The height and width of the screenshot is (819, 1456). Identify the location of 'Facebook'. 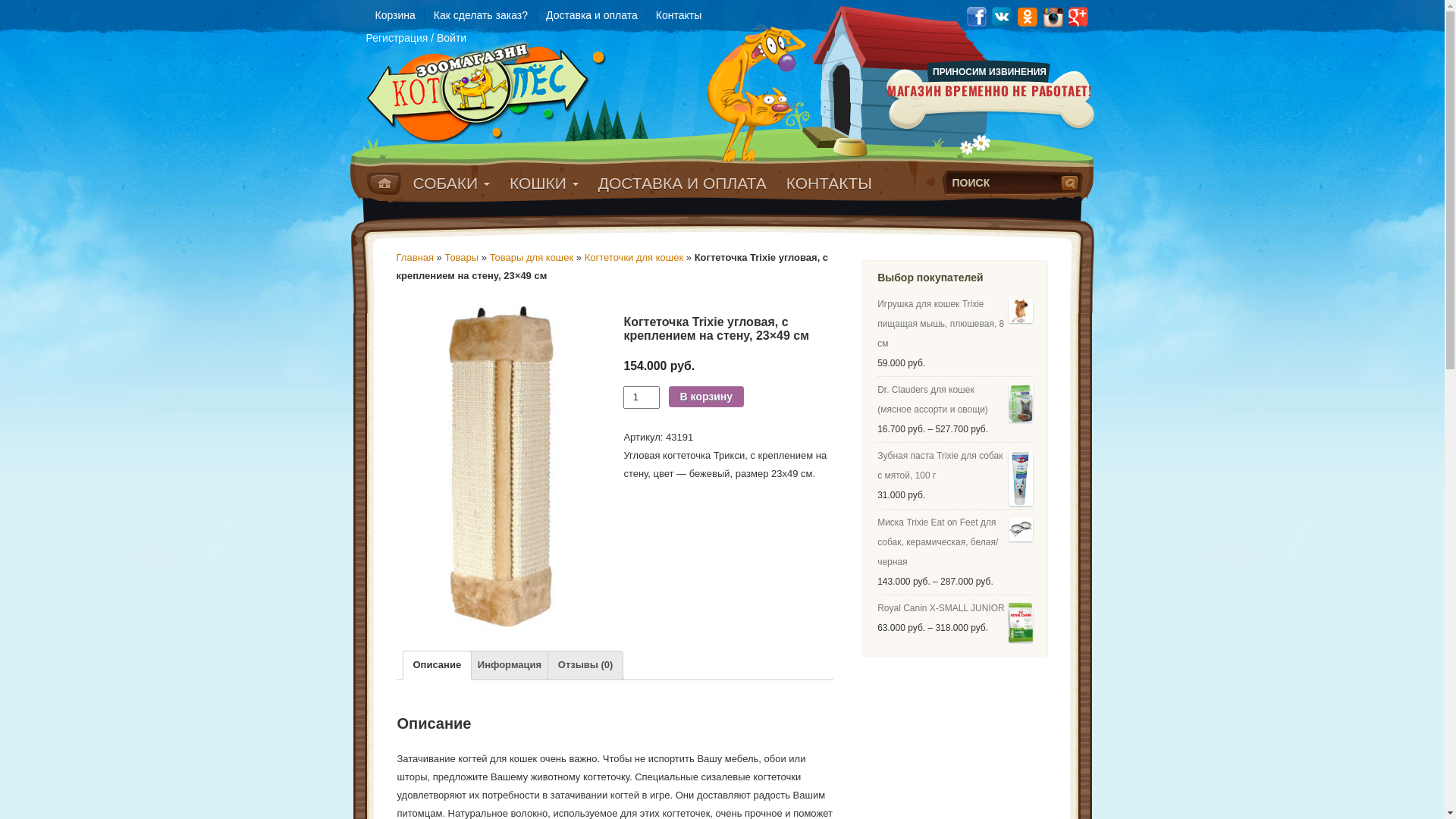
(975, 15).